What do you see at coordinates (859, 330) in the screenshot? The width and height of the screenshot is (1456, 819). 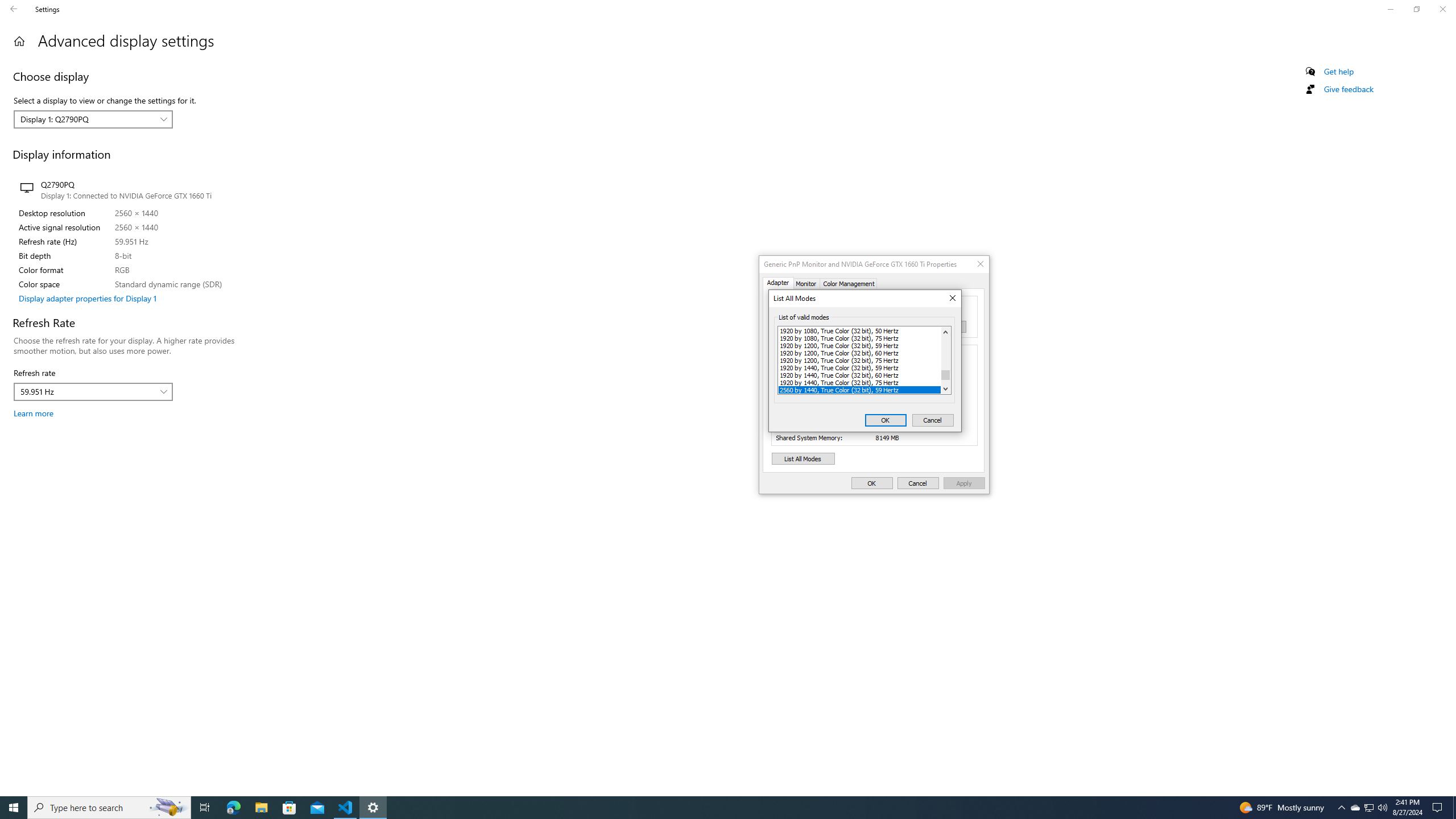 I see `'1920 by 1080, True Color (32 bit), 50 Hertz'` at bounding box center [859, 330].